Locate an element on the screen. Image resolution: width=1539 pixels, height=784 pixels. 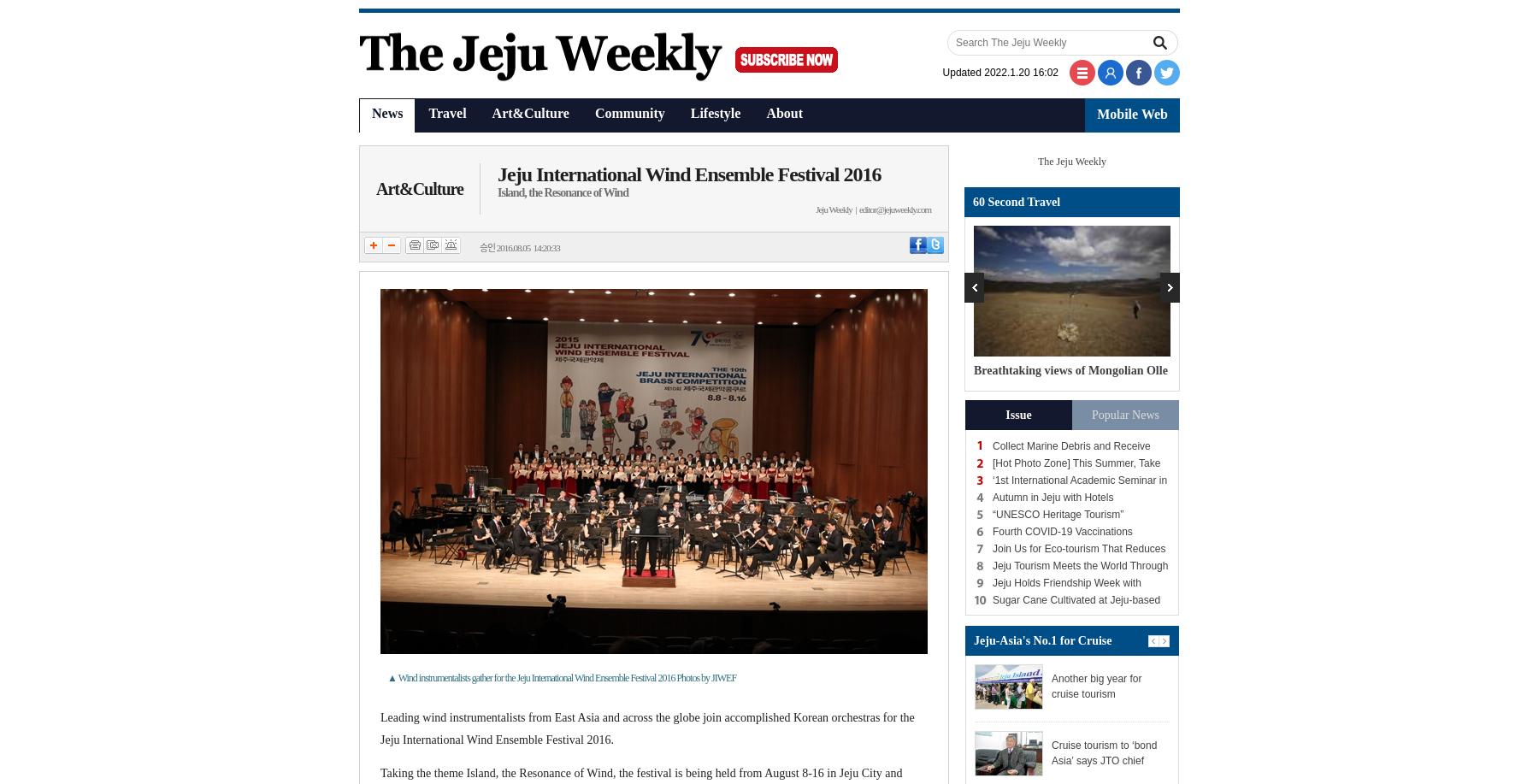
'editor@jejuweekly.com' is located at coordinates (894, 209).